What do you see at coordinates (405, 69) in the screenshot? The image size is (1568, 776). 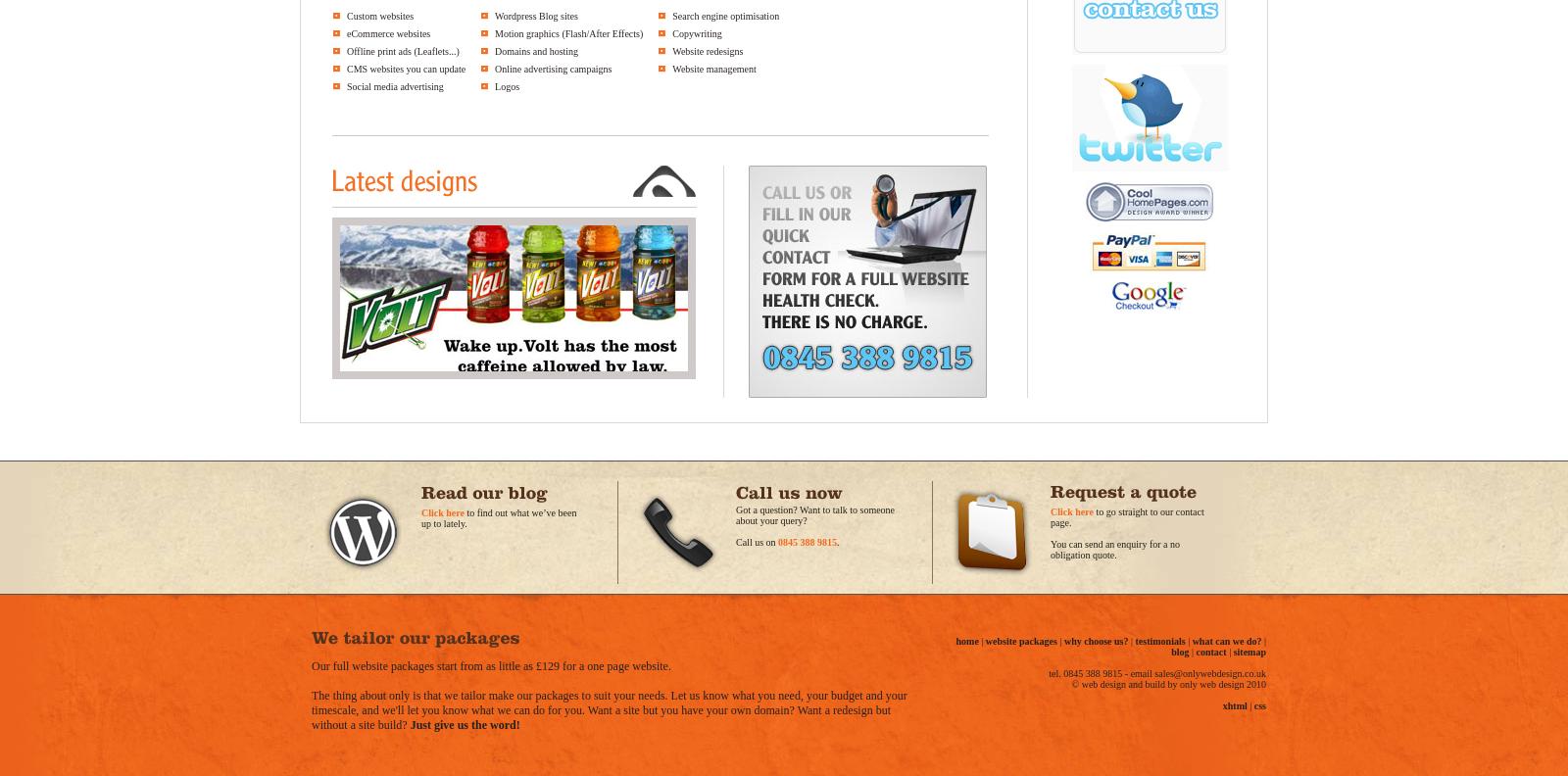 I see `'CMS websites you can update'` at bounding box center [405, 69].